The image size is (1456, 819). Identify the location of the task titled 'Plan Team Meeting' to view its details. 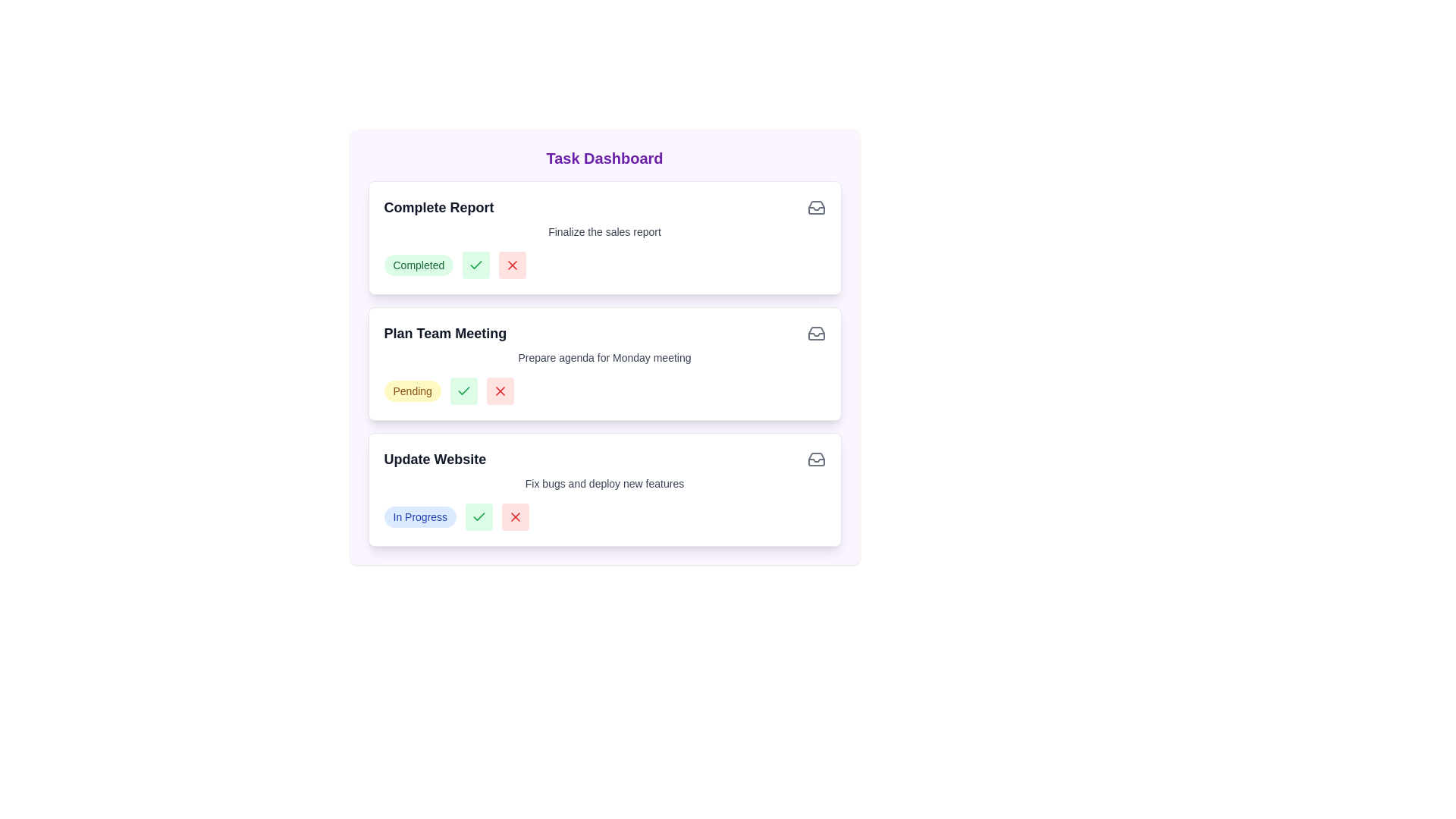
(444, 332).